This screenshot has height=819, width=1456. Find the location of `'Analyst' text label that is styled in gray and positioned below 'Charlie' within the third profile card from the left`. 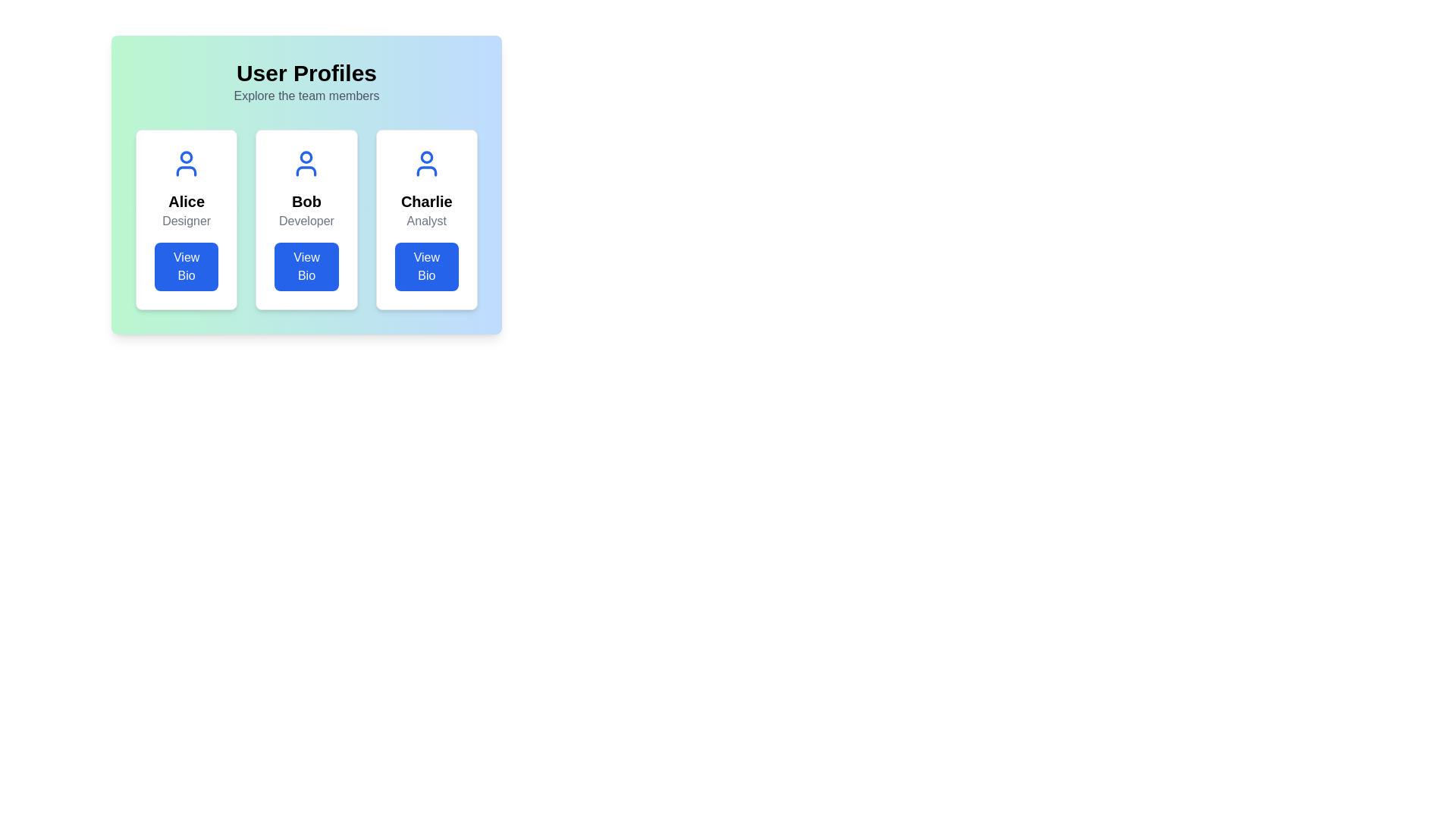

'Analyst' text label that is styled in gray and positioned below 'Charlie' within the third profile card from the left is located at coordinates (425, 221).